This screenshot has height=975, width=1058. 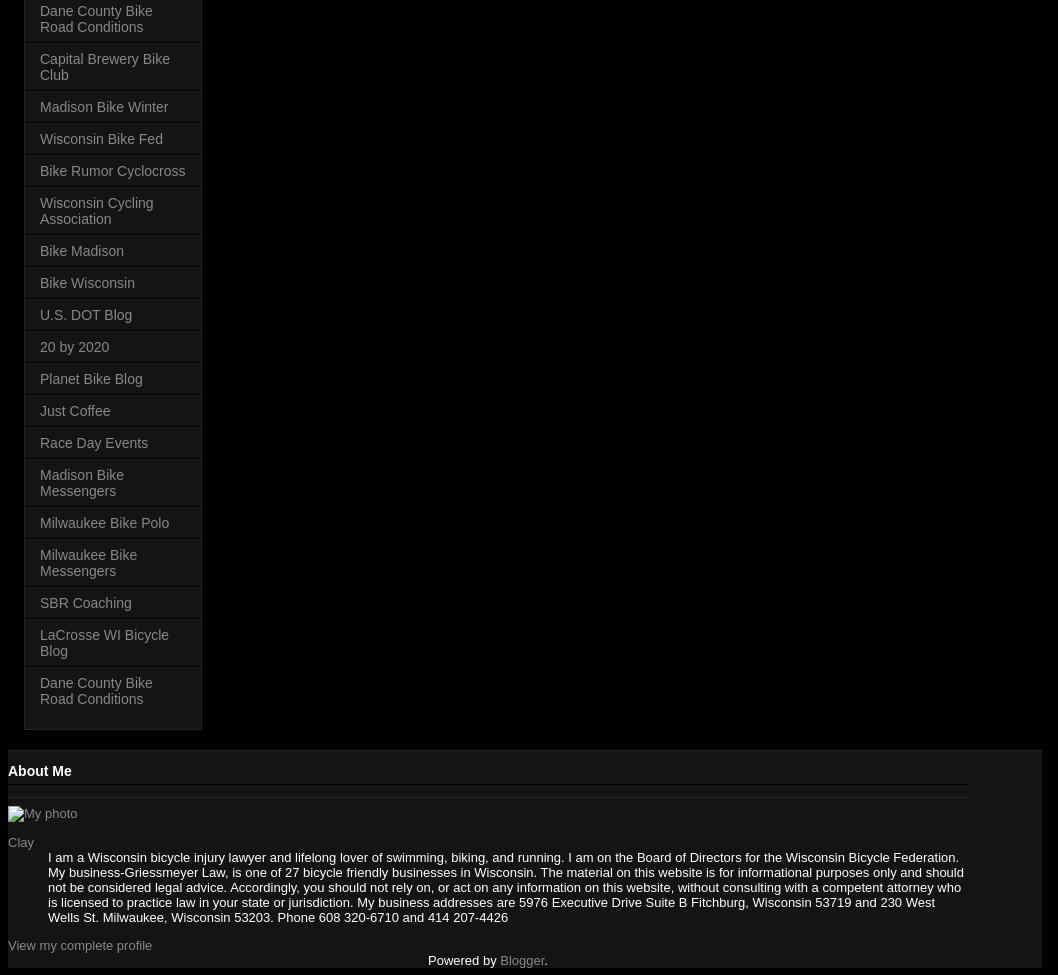 What do you see at coordinates (39, 409) in the screenshot?
I see `'Just Coffee'` at bounding box center [39, 409].